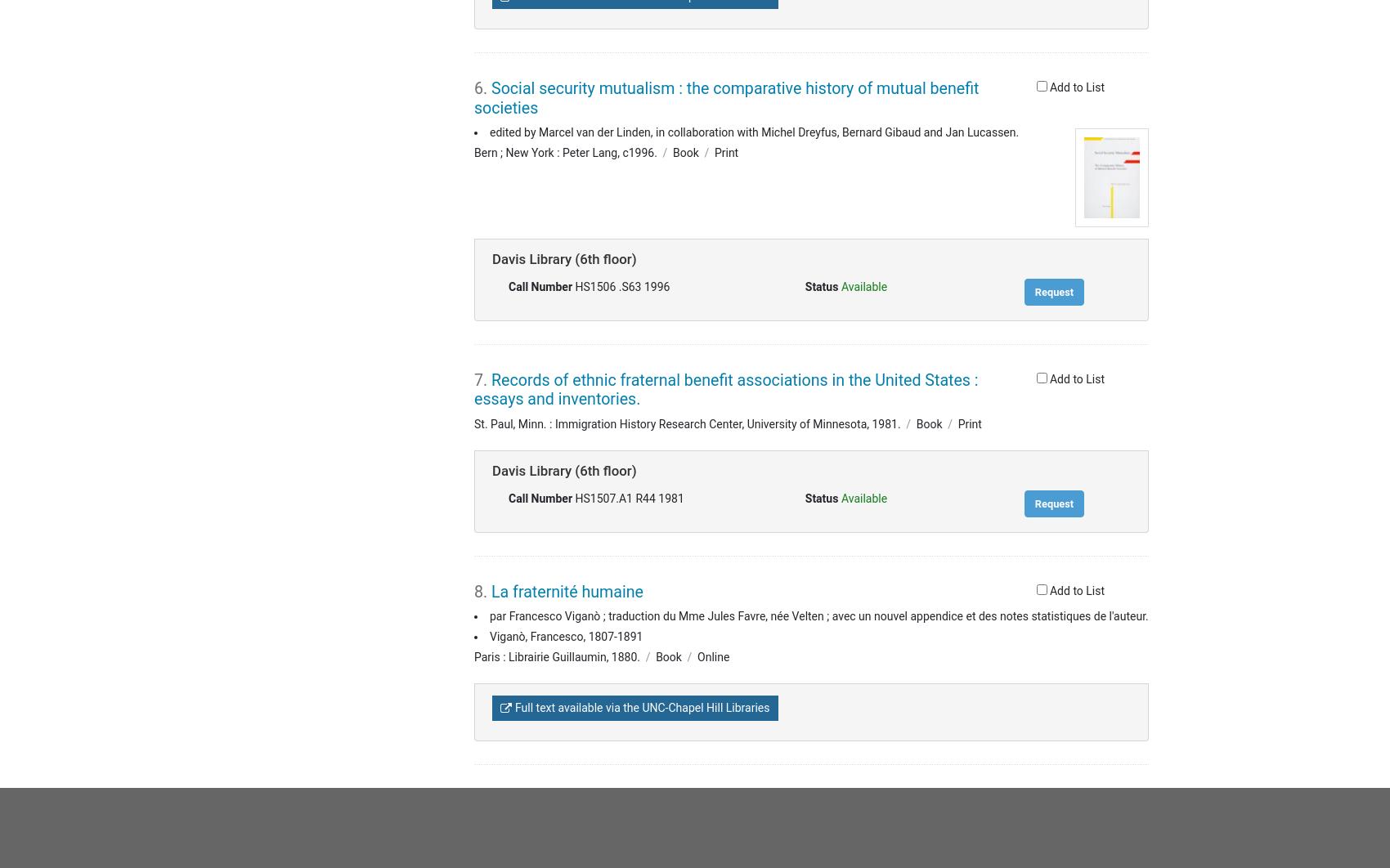 The image size is (1390, 868). I want to click on '6.', so click(482, 88).